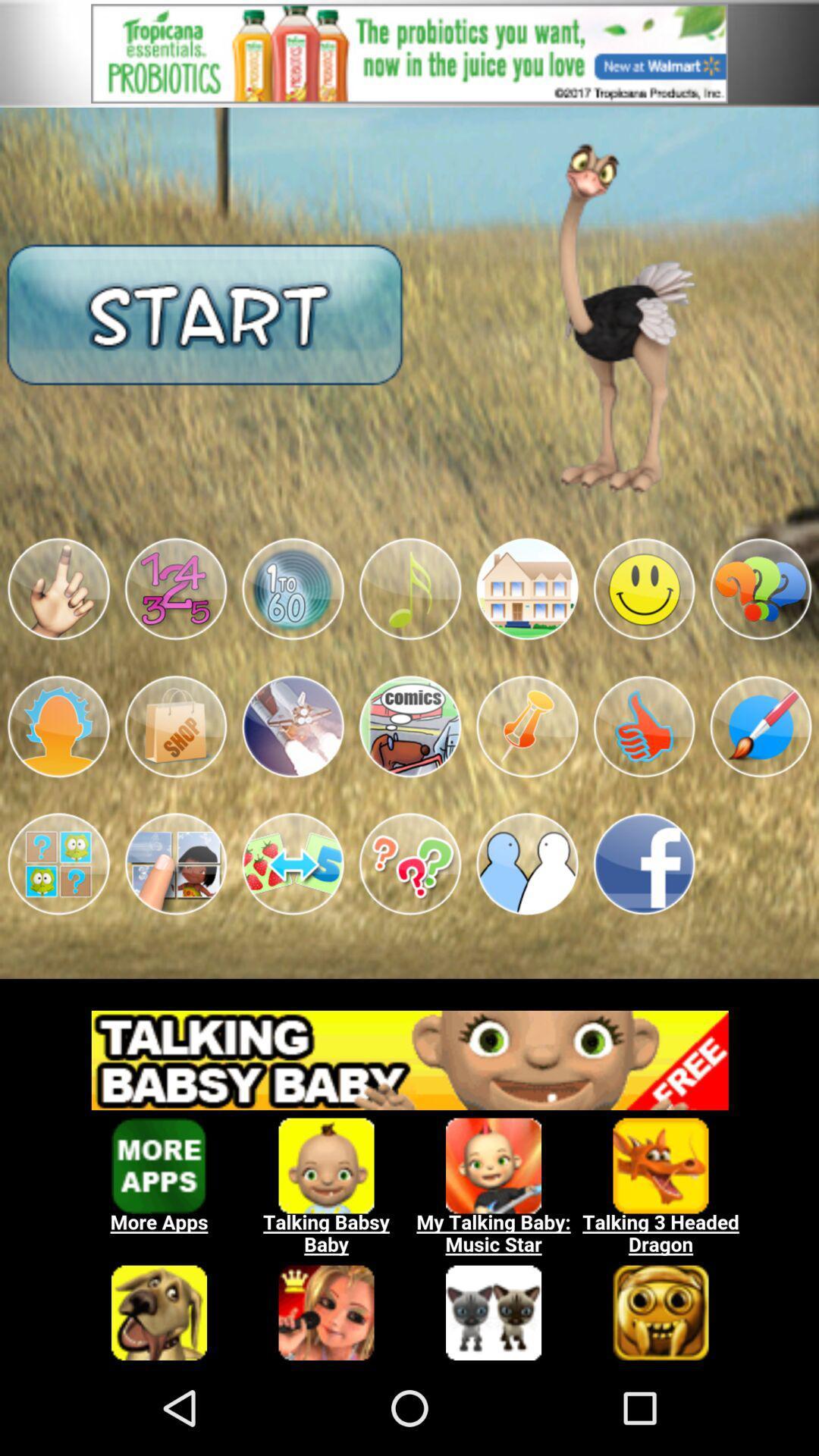  What do you see at coordinates (526, 924) in the screenshot?
I see `the group icon` at bounding box center [526, 924].